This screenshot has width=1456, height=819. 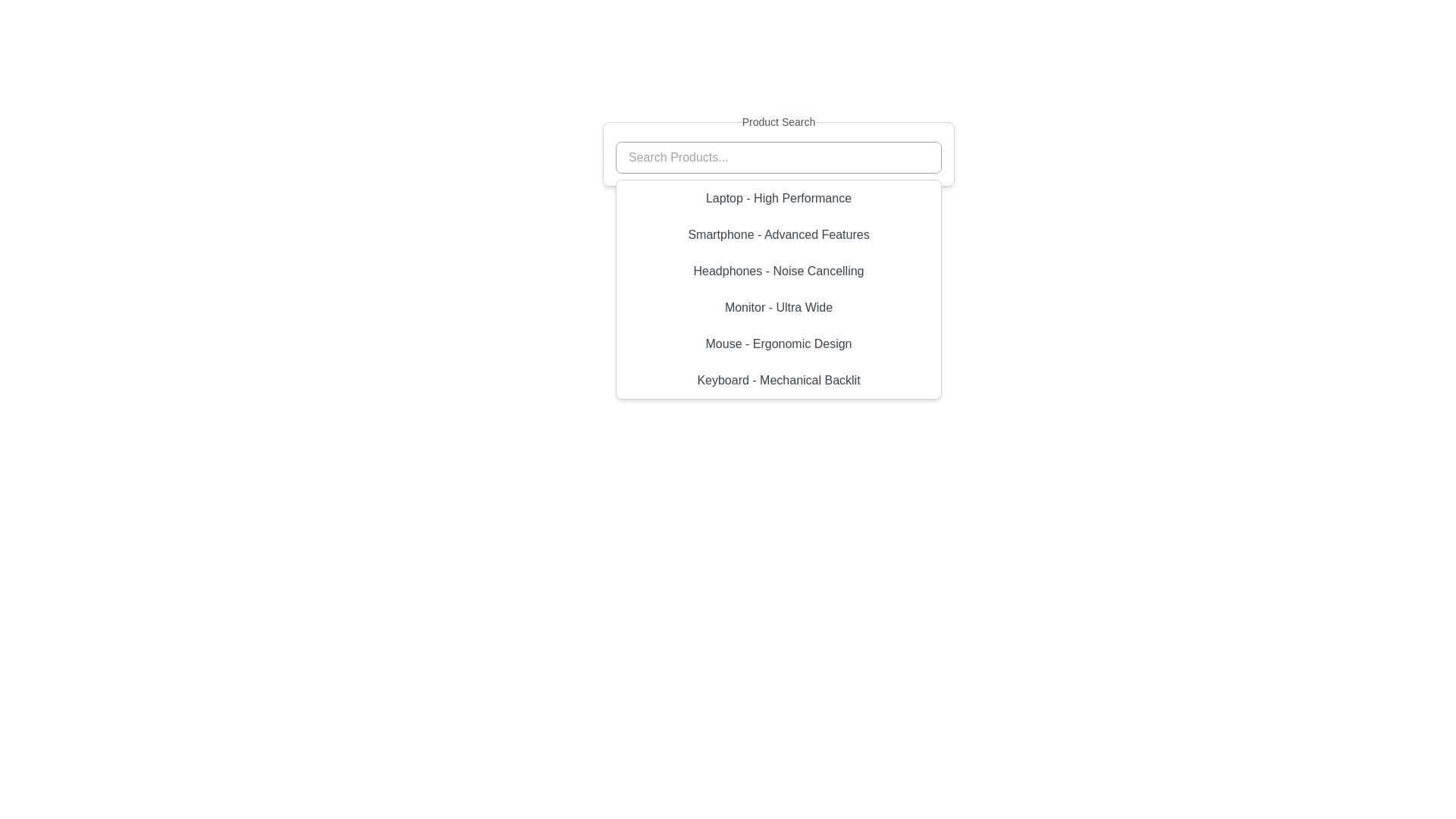 I want to click on the text input field for product search, which is centrally located below the 'Product Search' label, so click(x=779, y=149).